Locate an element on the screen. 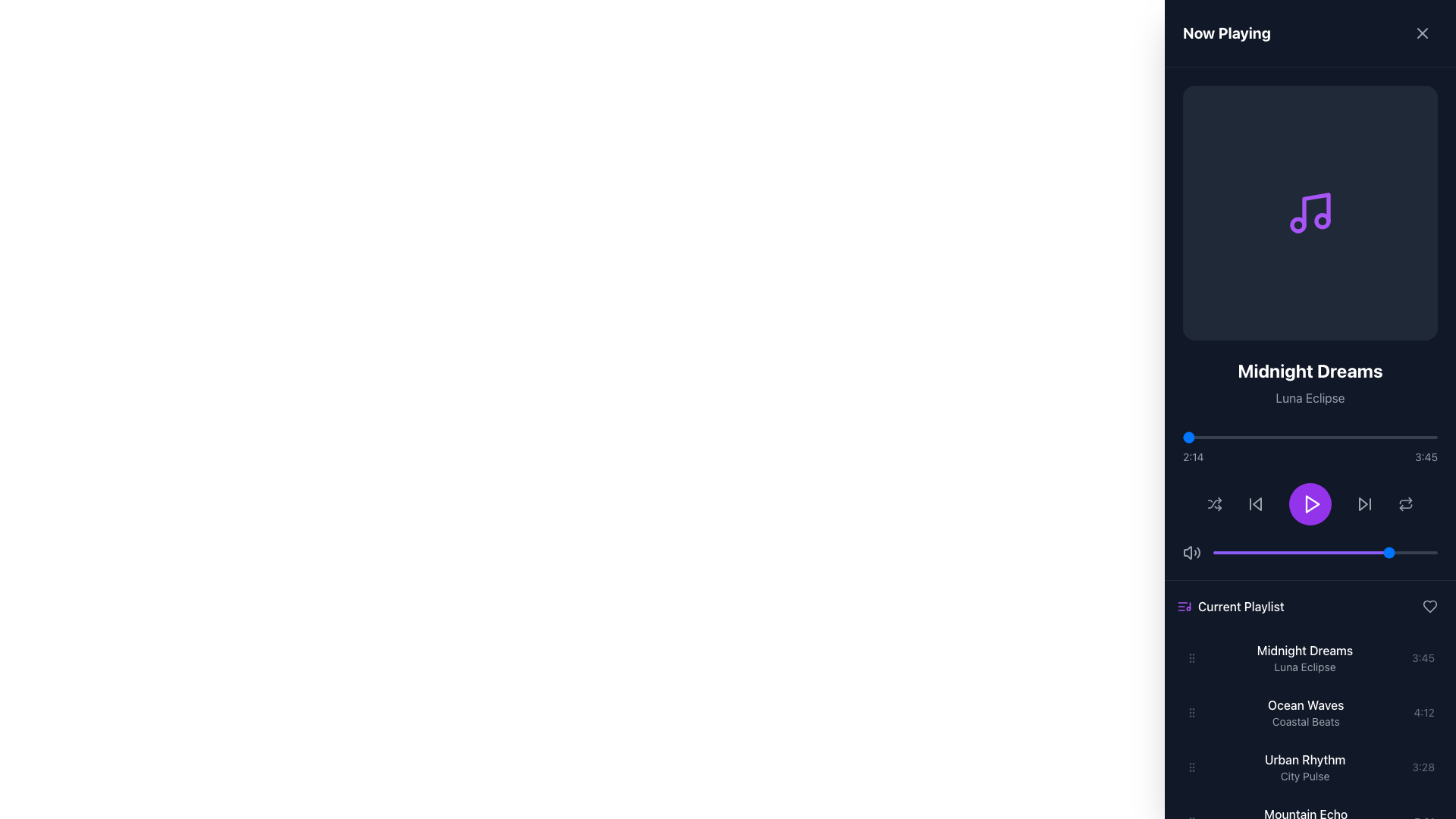 The image size is (1456, 819). the slider value is located at coordinates (1251, 553).